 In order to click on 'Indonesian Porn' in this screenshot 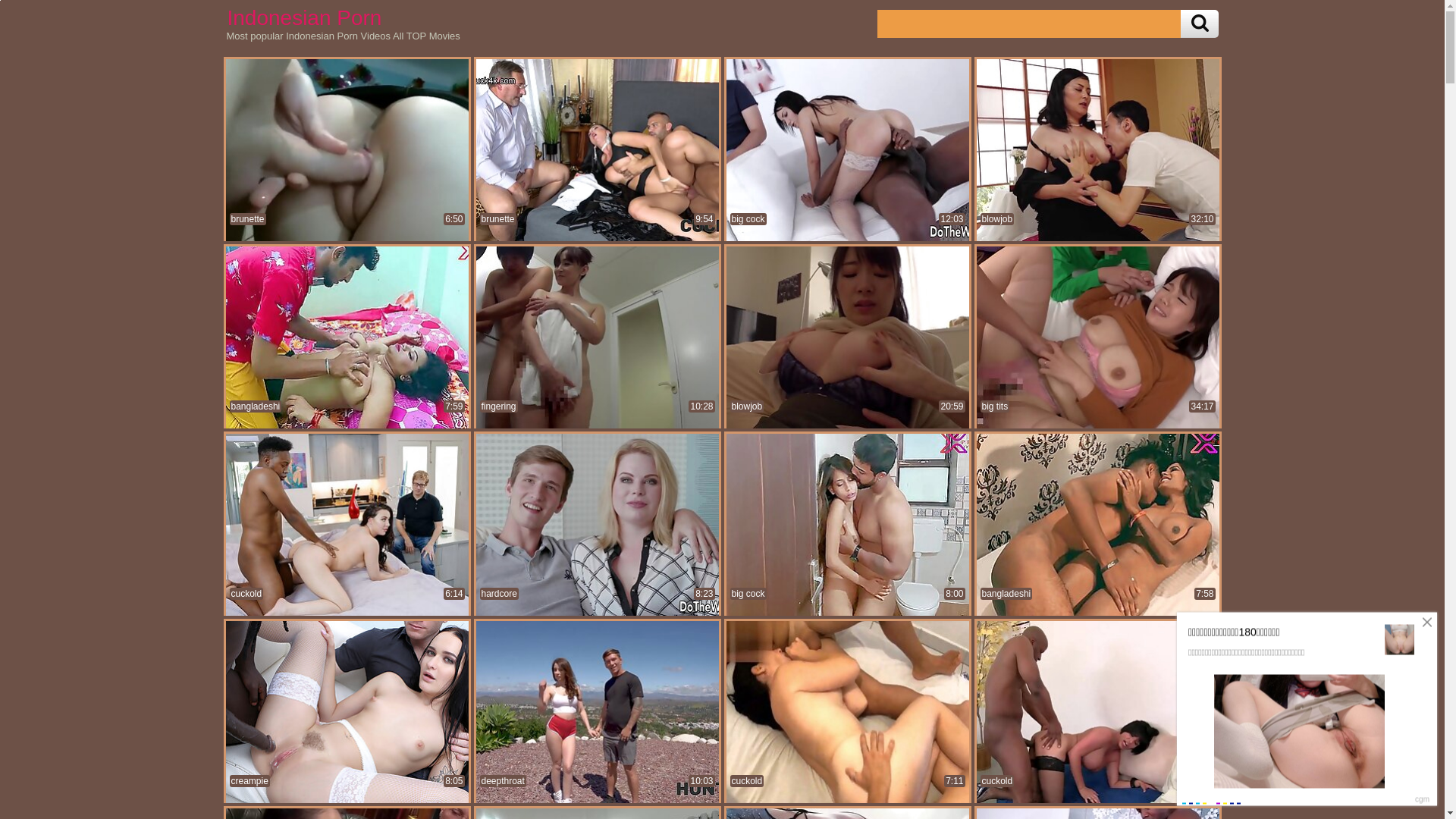, I will do `click(224, 17)`.